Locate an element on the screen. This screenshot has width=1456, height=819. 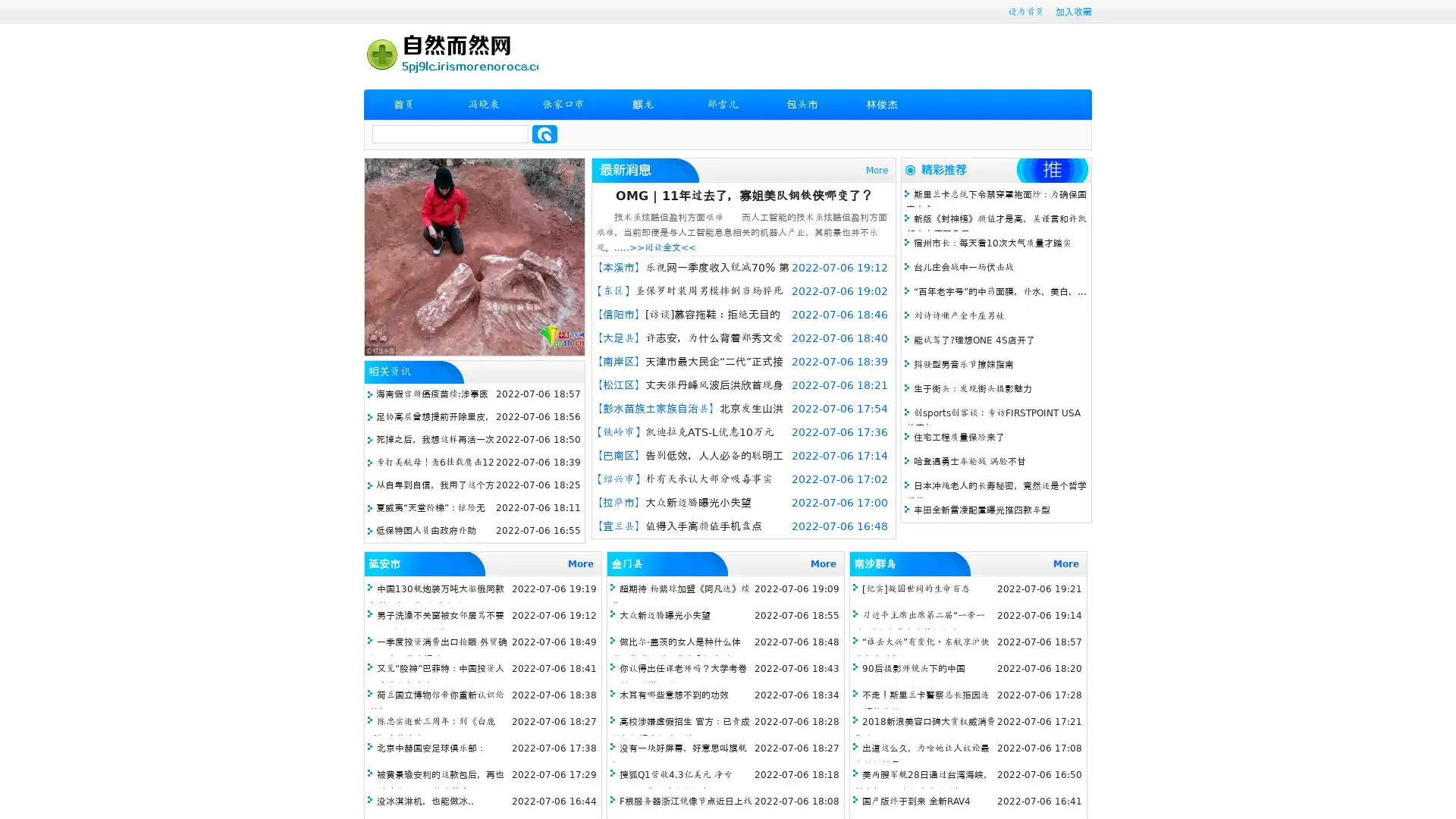
Search is located at coordinates (544, 133).